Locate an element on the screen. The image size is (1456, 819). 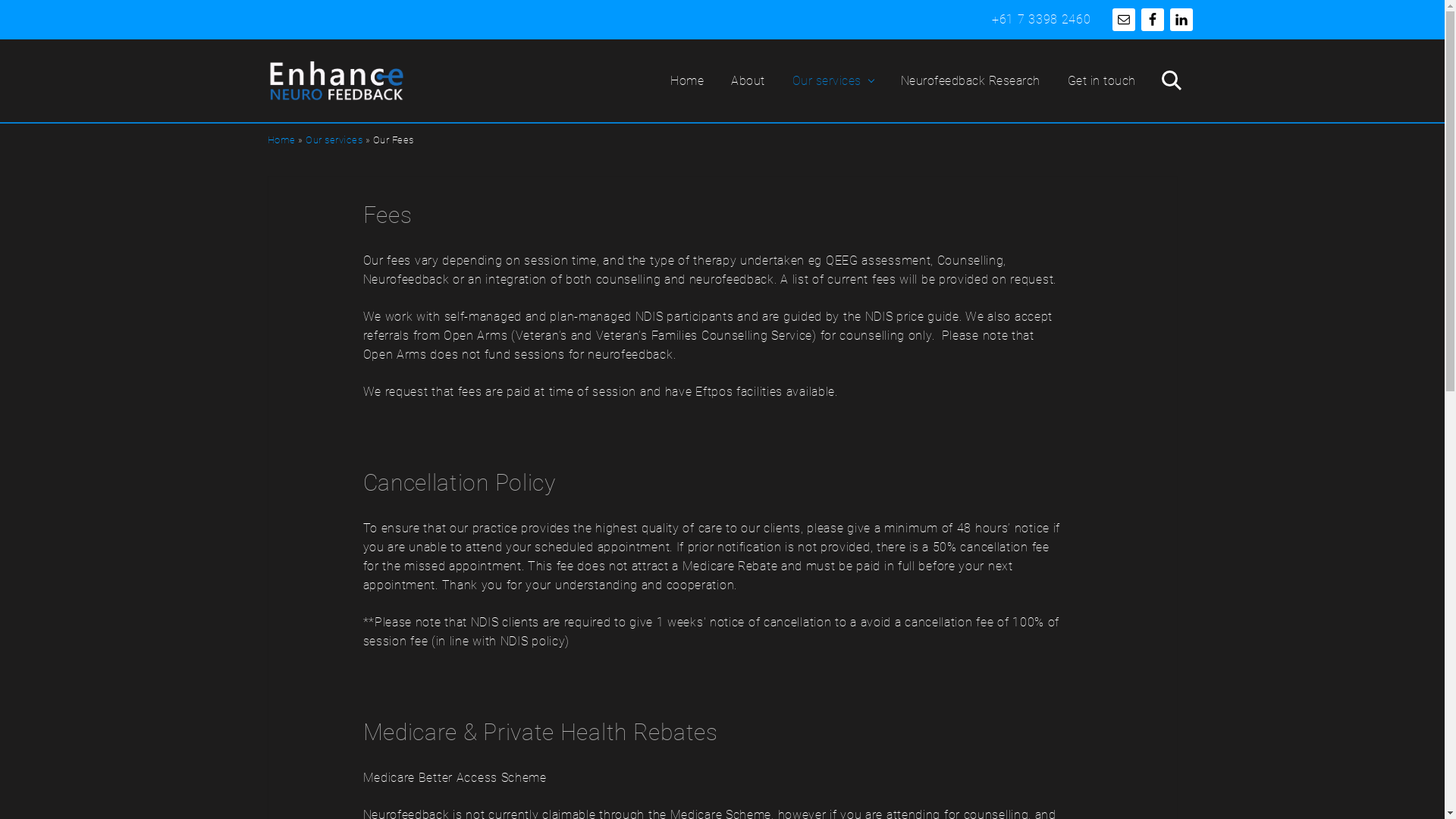
'Email' is located at coordinates (1123, 20).